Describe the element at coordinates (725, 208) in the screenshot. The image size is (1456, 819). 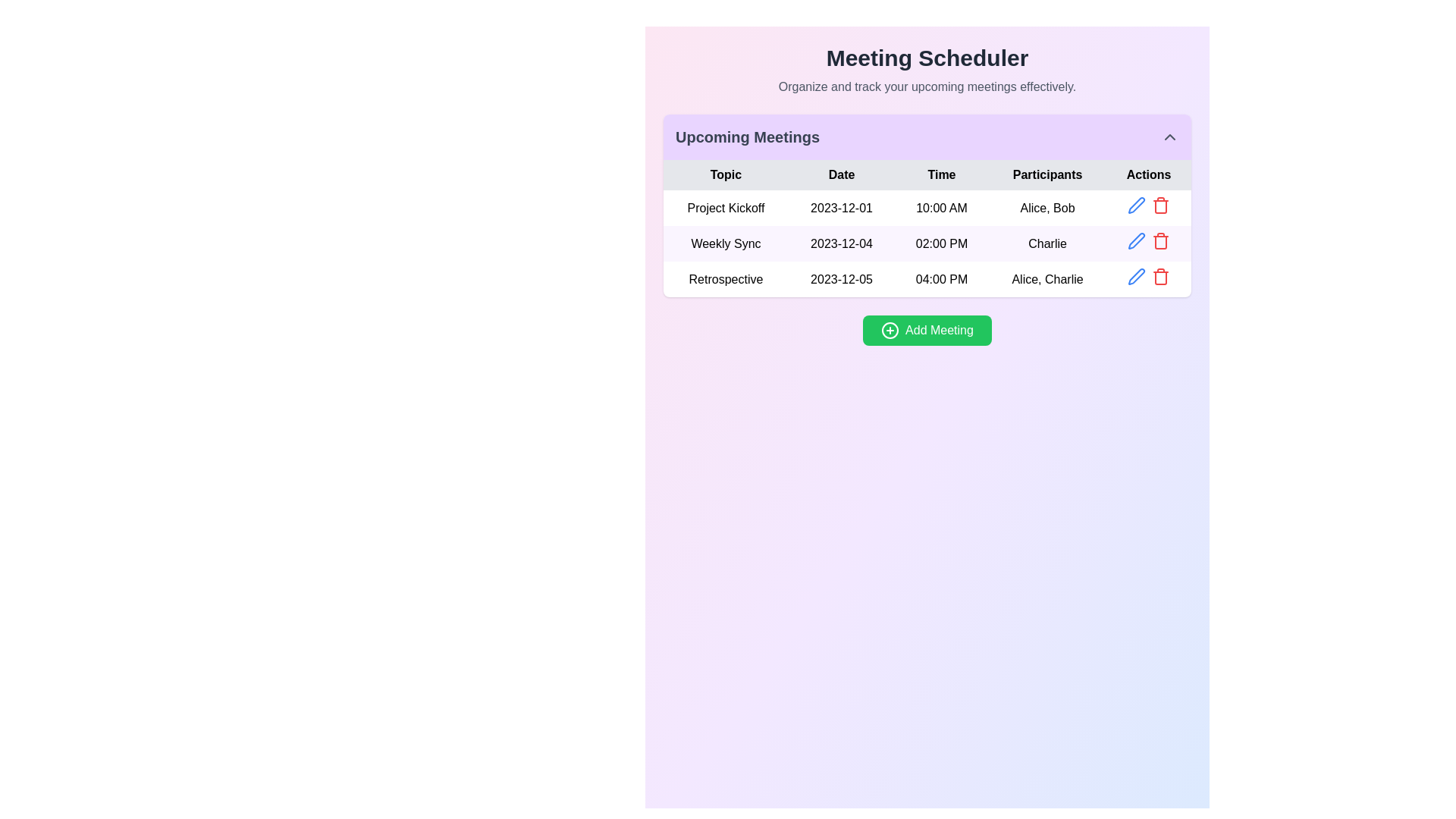
I see `the static text element that identifies the meeting topic 'Project Kickoff' in the 'Topic' column of the 'Upcoming Meetings' tabular layout` at that location.